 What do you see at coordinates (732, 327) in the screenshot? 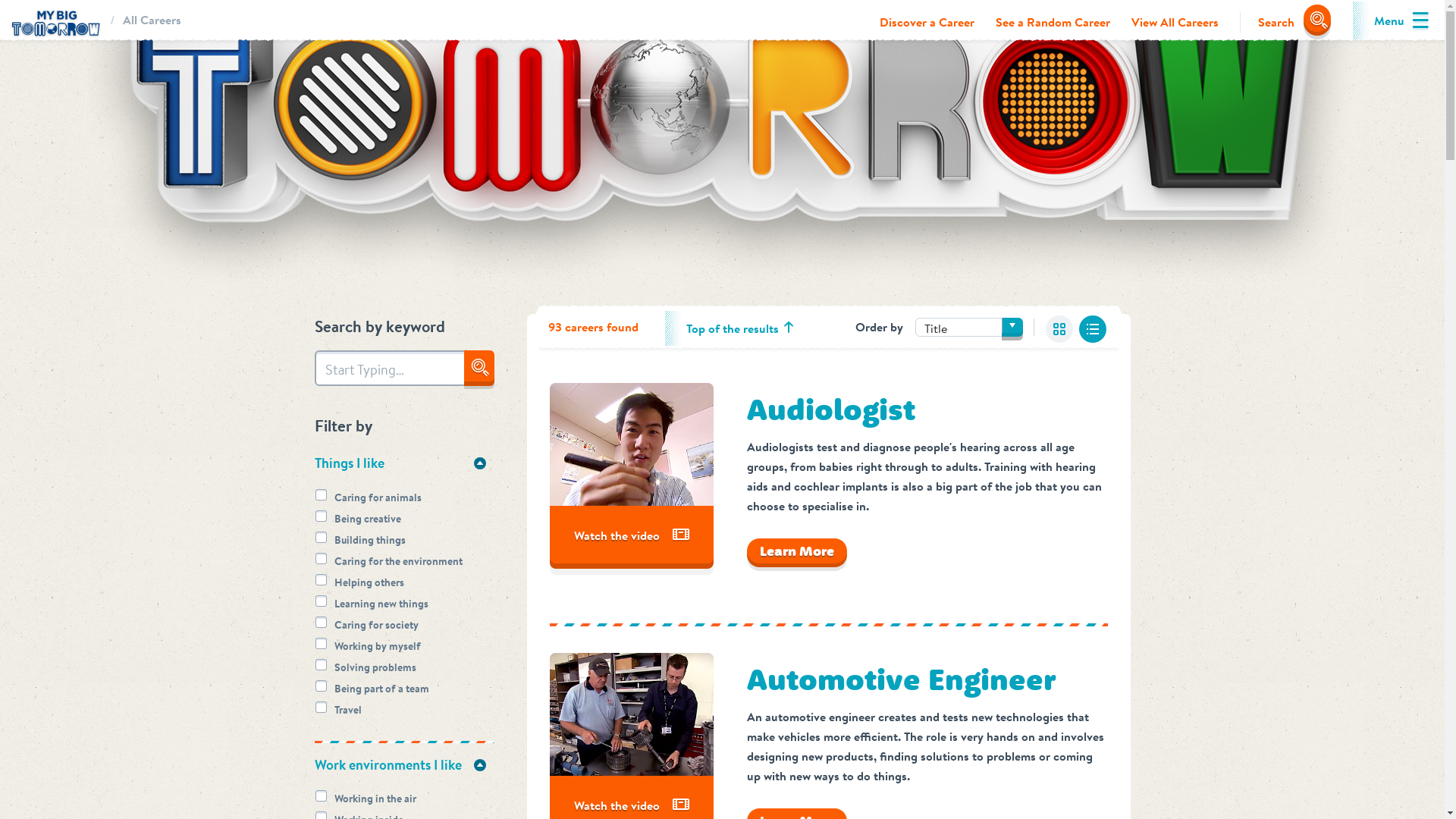
I see `'Top of the results'` at bounding box center [732, 327].